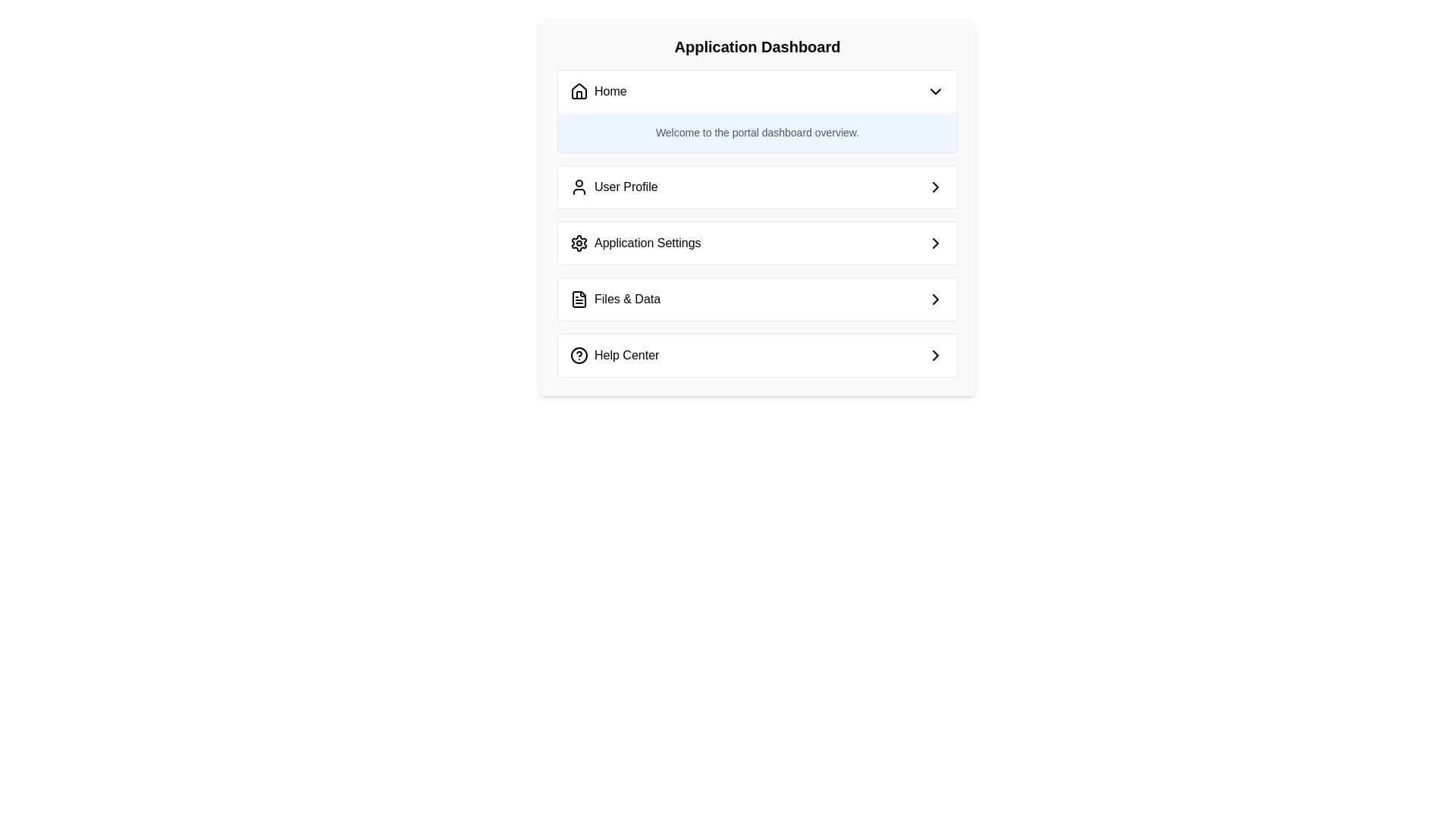  What do you see at coordinates (934, 299) in the screenshot?
I see `the chevron icon button located on the right side of the 'Files & Data' list item in the 'Application Dashboard'` at bounding box center [934, 299].